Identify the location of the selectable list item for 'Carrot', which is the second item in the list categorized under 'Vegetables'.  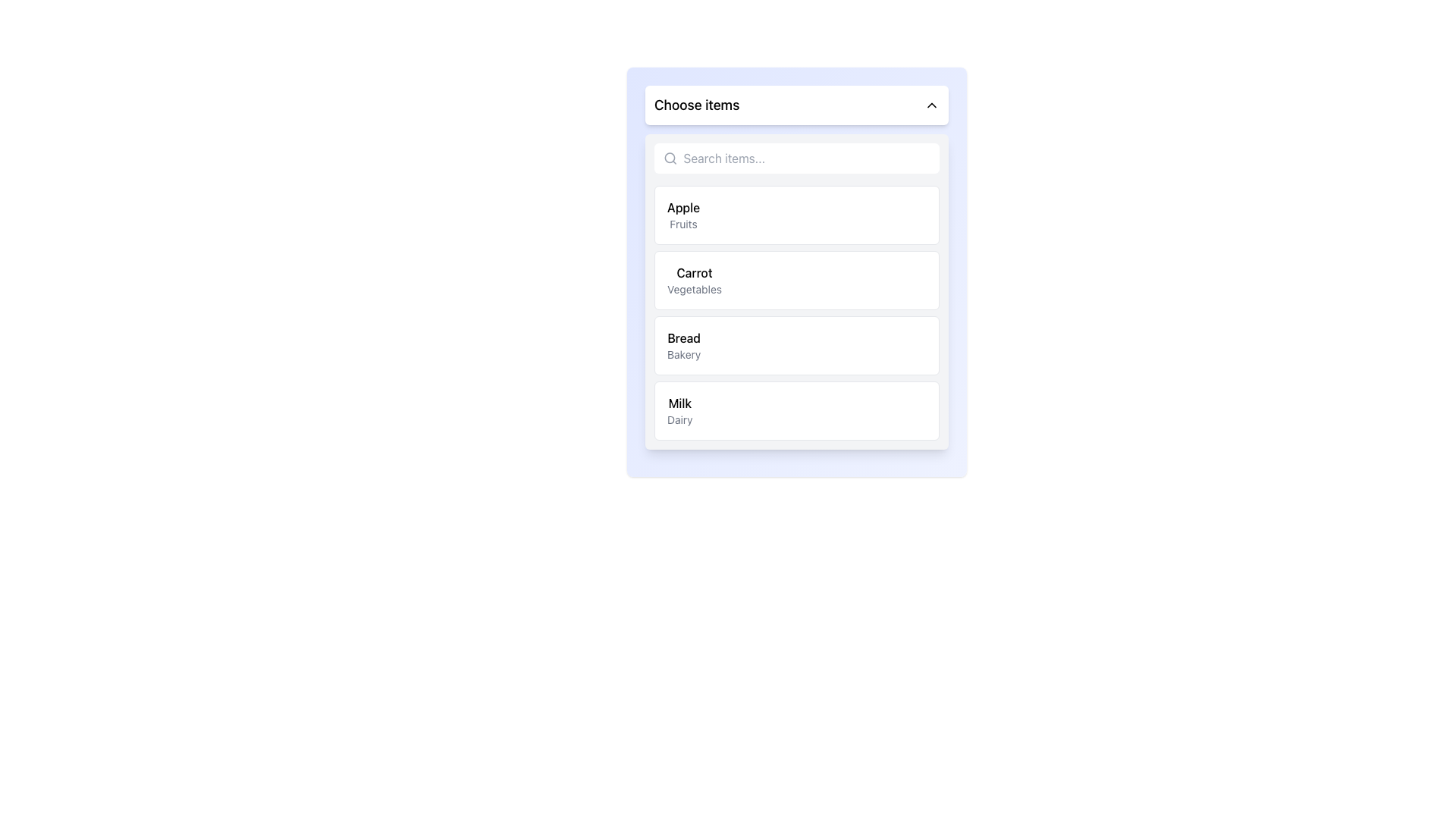
(796, 271).